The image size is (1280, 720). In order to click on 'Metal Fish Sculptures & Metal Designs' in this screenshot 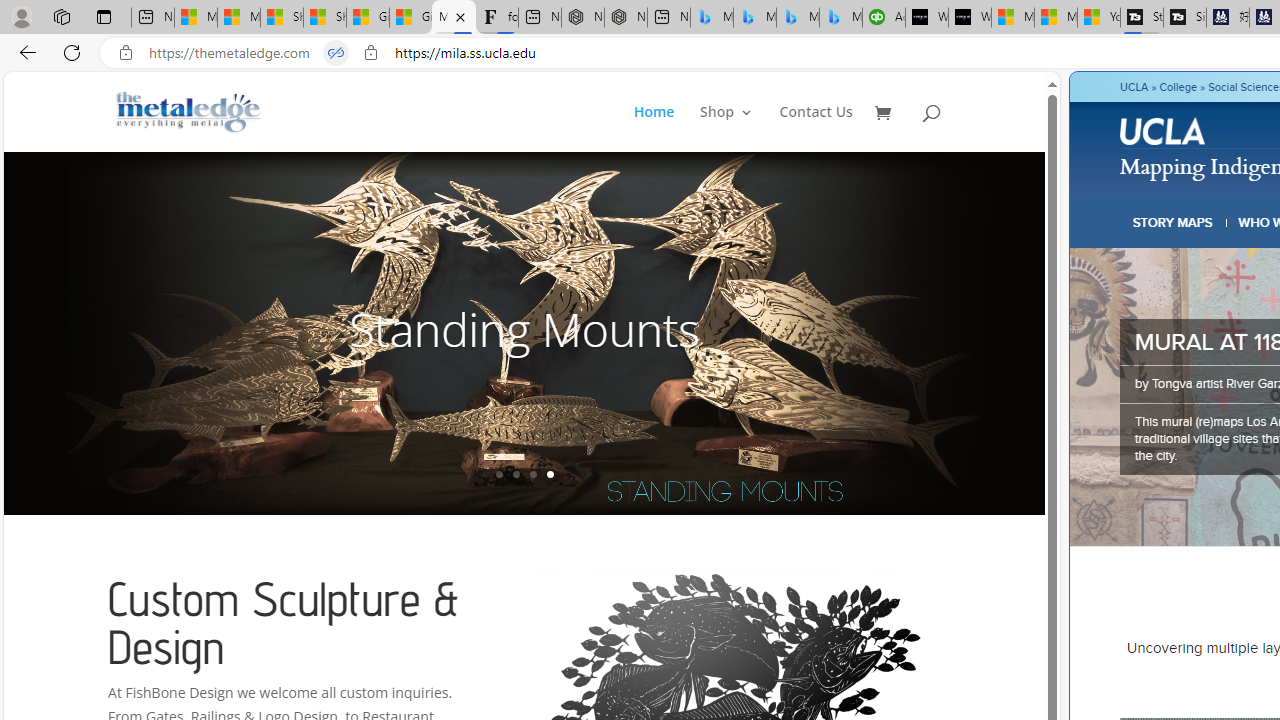, I will do `click(189, 111)`.